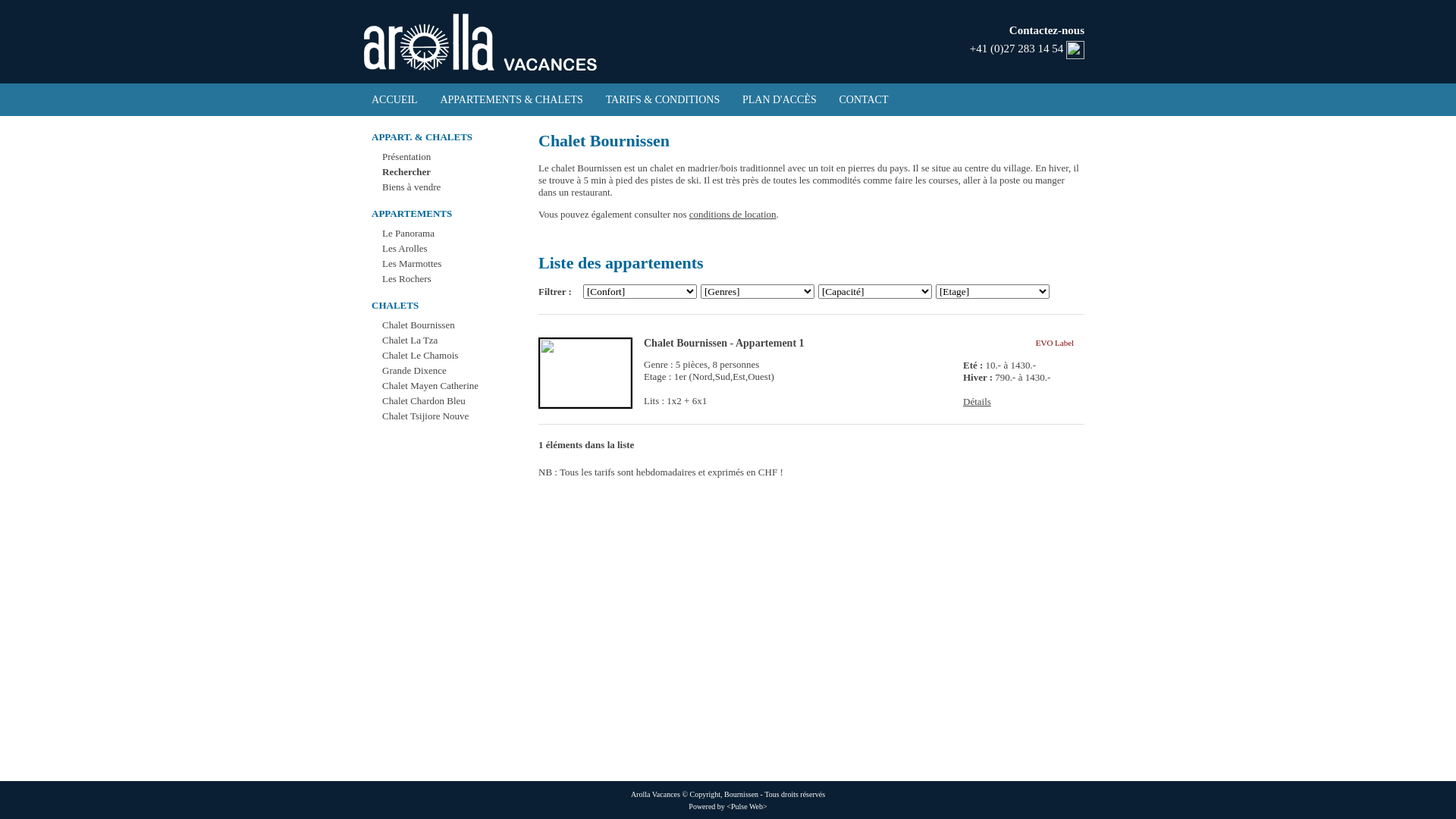  I want to click on 'Les Arolles', so click(404, 247).